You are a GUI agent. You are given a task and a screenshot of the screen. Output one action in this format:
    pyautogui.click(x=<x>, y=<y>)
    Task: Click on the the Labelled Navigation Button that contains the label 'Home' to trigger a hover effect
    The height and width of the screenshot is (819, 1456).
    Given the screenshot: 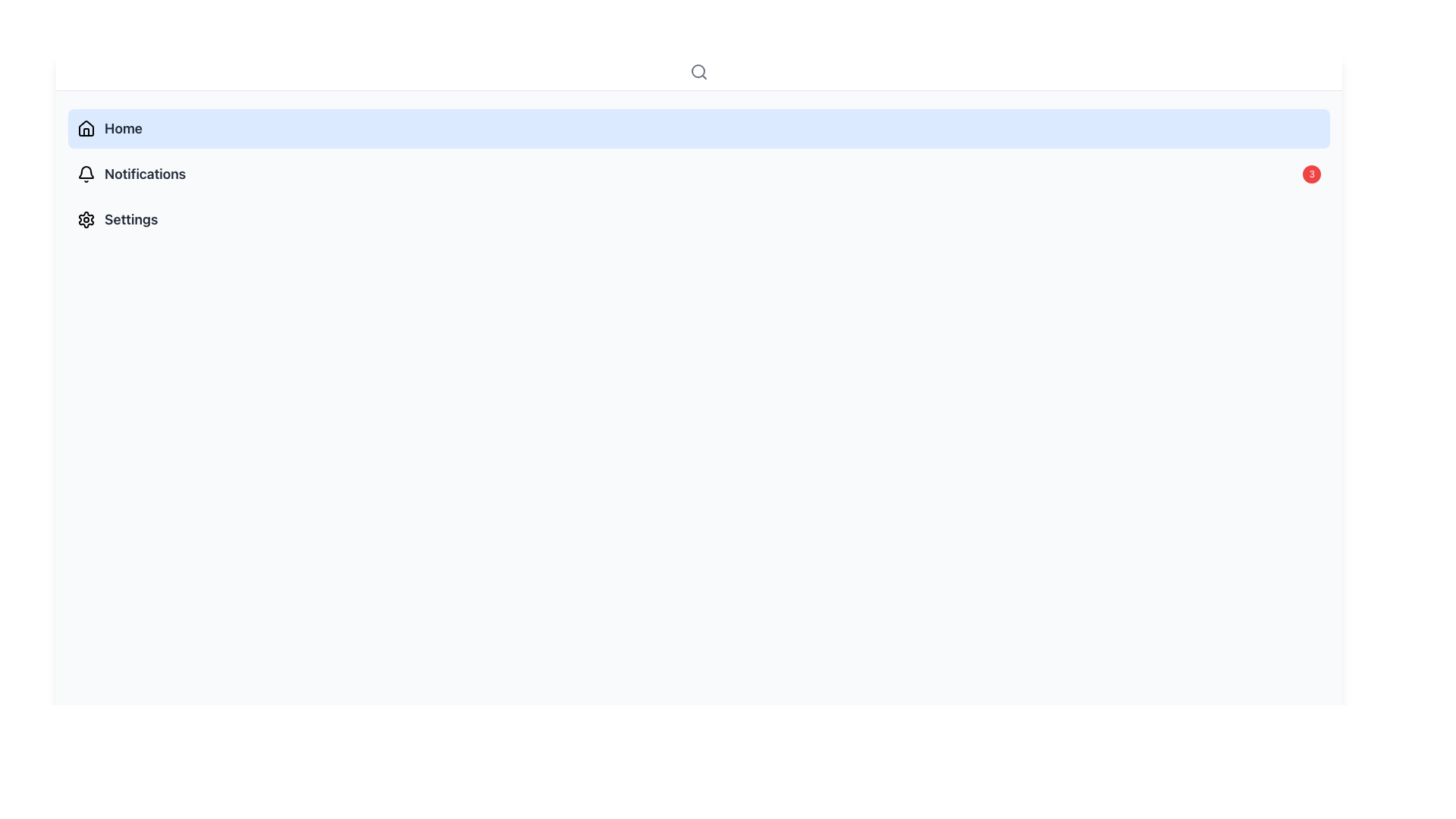 What is the action you would take?
    pyautogui.click(x=108, y=127)
    